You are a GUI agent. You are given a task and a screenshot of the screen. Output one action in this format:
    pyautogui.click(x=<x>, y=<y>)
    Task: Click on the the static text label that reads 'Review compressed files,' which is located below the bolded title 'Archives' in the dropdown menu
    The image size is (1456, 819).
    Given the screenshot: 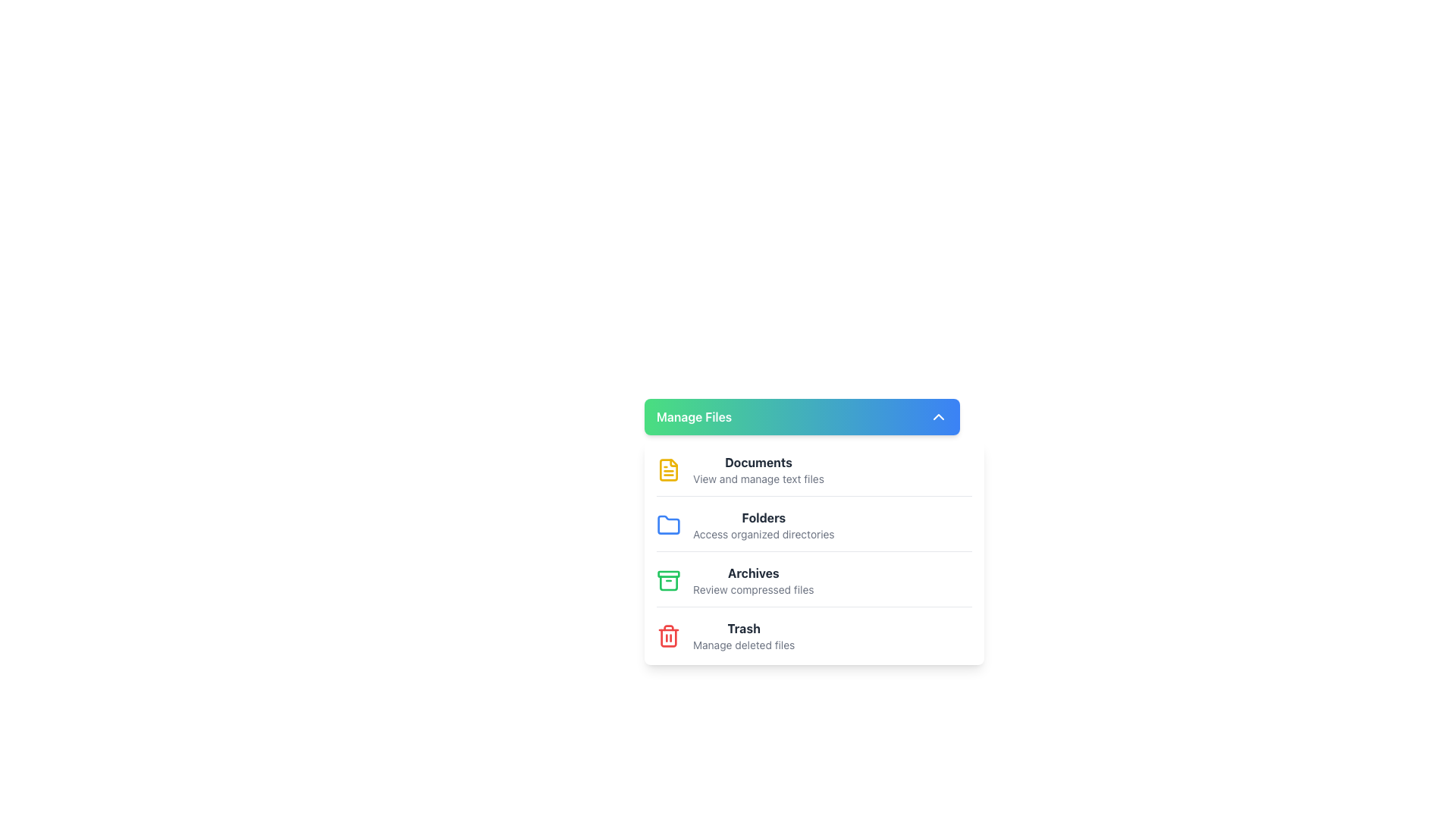 What is the action you would take?
    pyautogui.click(x=753, y=589)
    